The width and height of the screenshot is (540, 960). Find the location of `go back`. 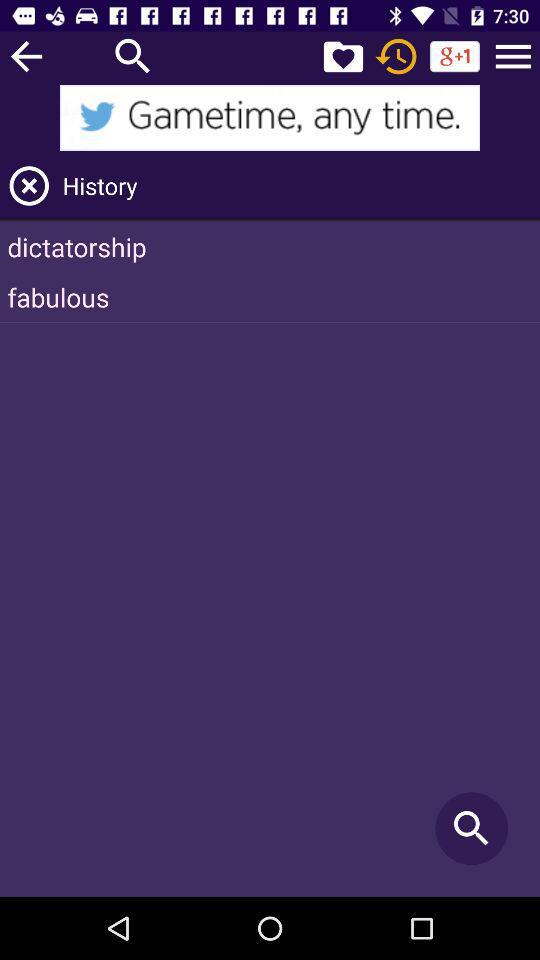

go back is located at coordinates (25, 55).